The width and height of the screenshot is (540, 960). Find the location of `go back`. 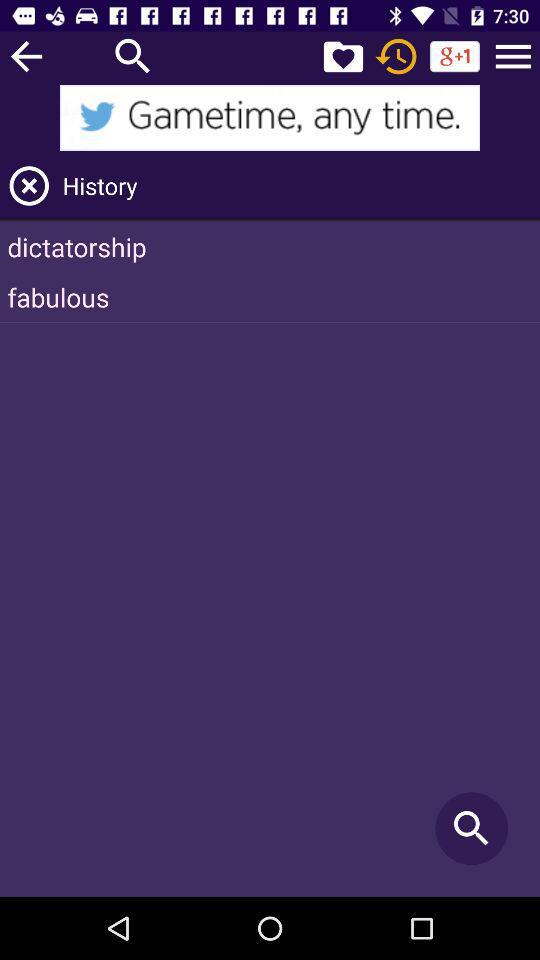

go back is located at coordinates (25, 55).